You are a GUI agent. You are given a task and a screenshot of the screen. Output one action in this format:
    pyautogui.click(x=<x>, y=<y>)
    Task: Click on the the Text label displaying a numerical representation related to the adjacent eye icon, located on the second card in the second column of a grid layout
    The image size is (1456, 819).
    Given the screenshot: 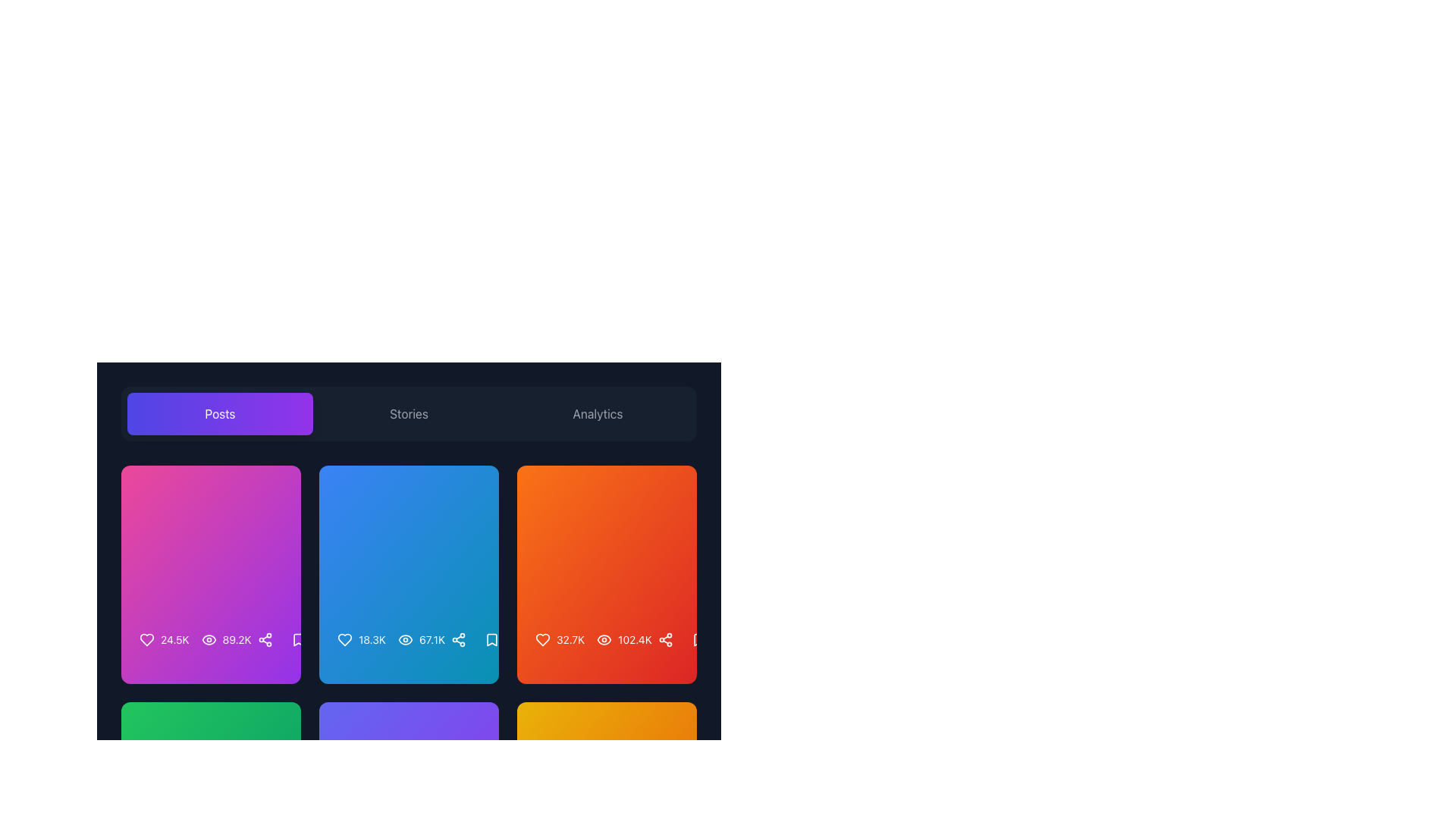 What is the action you would take?
    pyautogui.click(x=431, y=640)
    